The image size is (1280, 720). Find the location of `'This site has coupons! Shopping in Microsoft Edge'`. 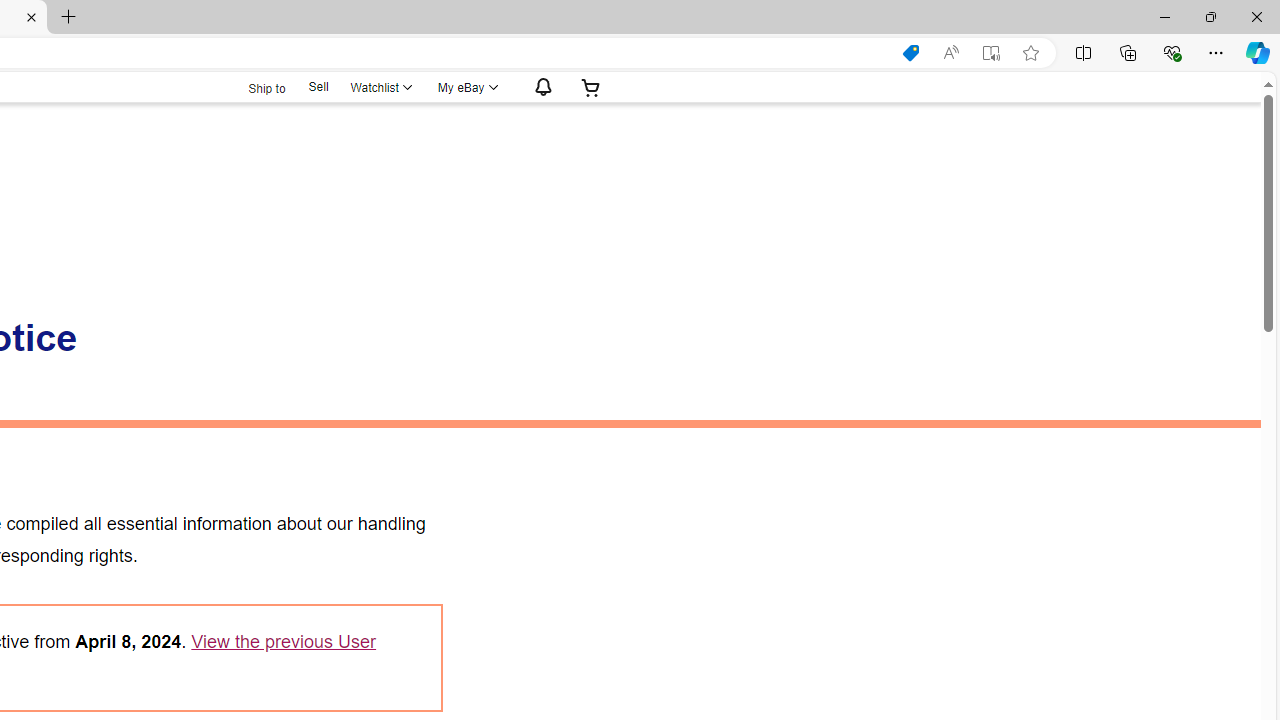

'This site has coupons! Shopping in Microsoft Edge' is located at coordinates (909, 52).